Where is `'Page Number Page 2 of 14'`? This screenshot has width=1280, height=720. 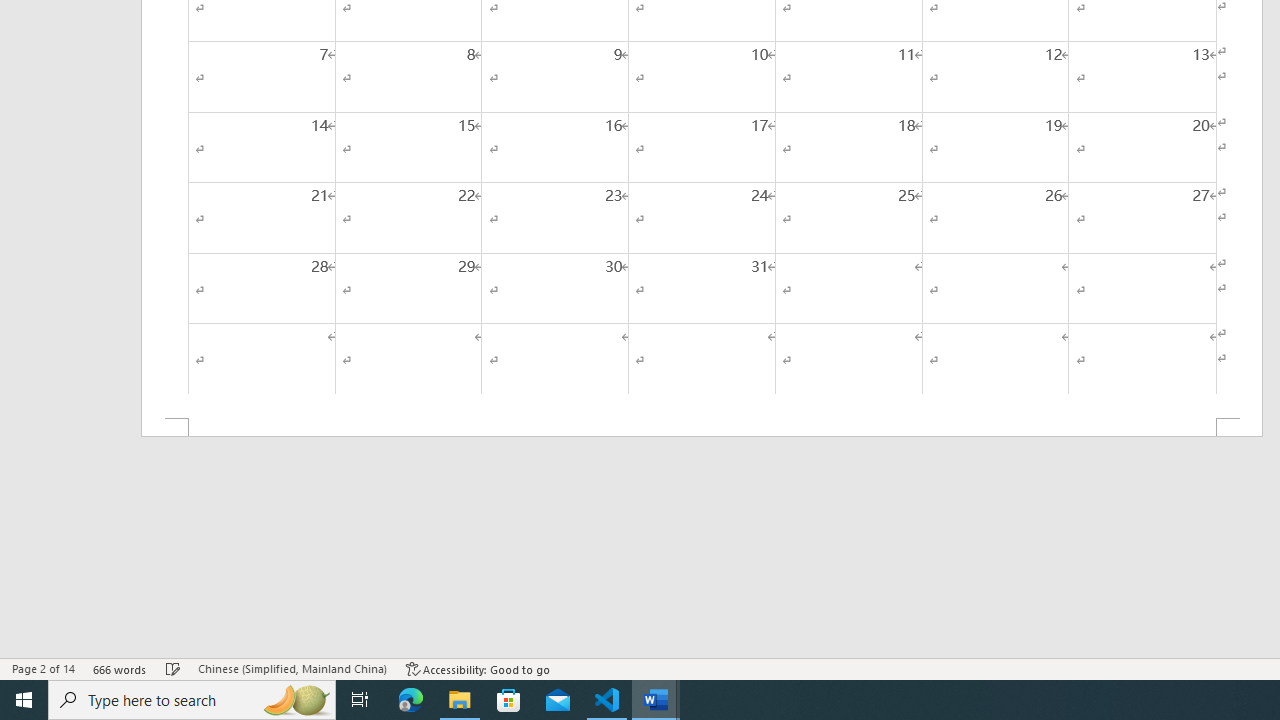
'Page Number Page 2 of 14' is located at coordinates (43, 669).